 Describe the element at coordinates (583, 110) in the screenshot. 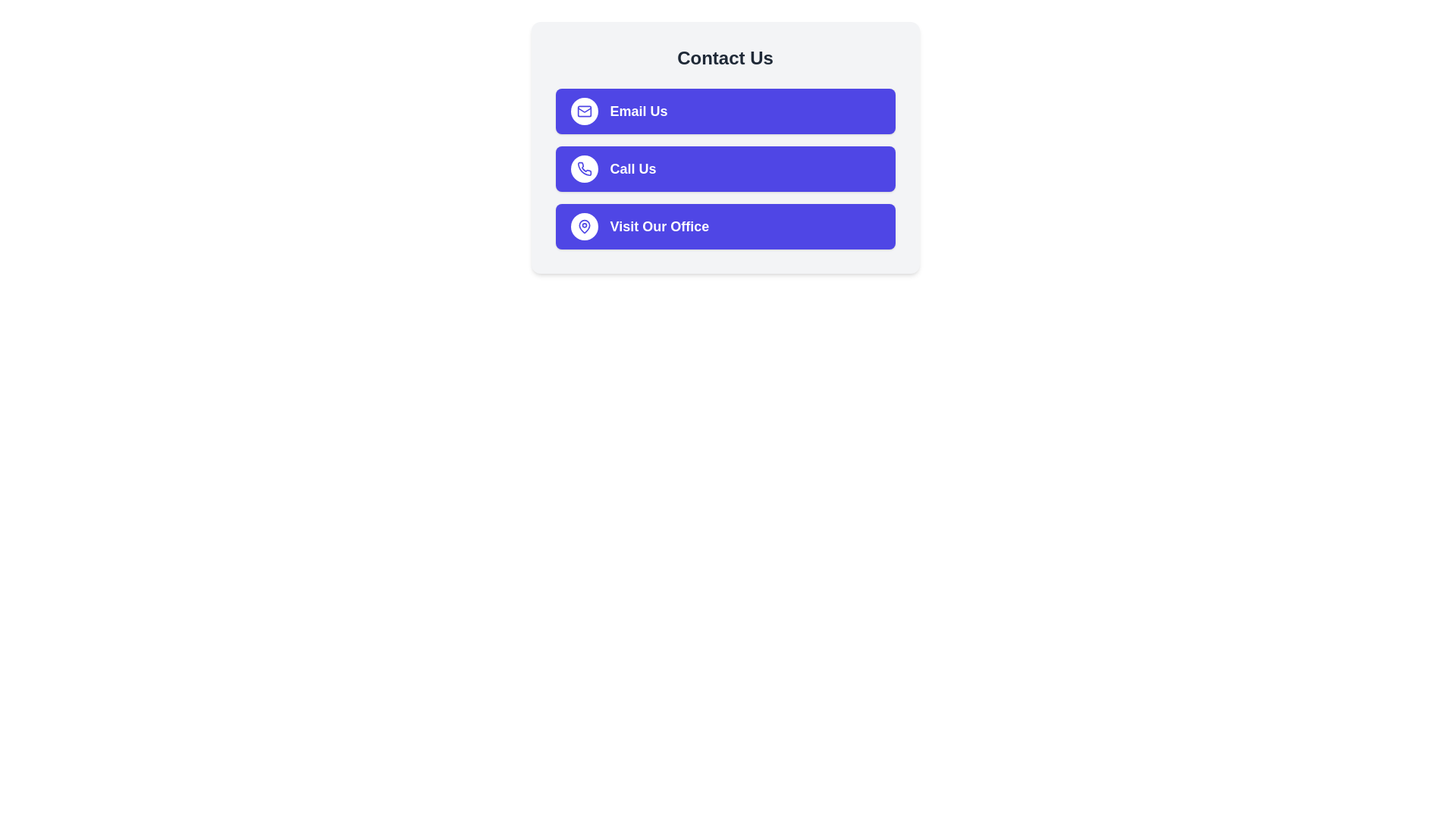

I see `the small mail icon located within the 'Email Us' button at the top of the 'Contact Us' section, which features a white background with an indigo-blue outline and a circular indigo background` at that location.